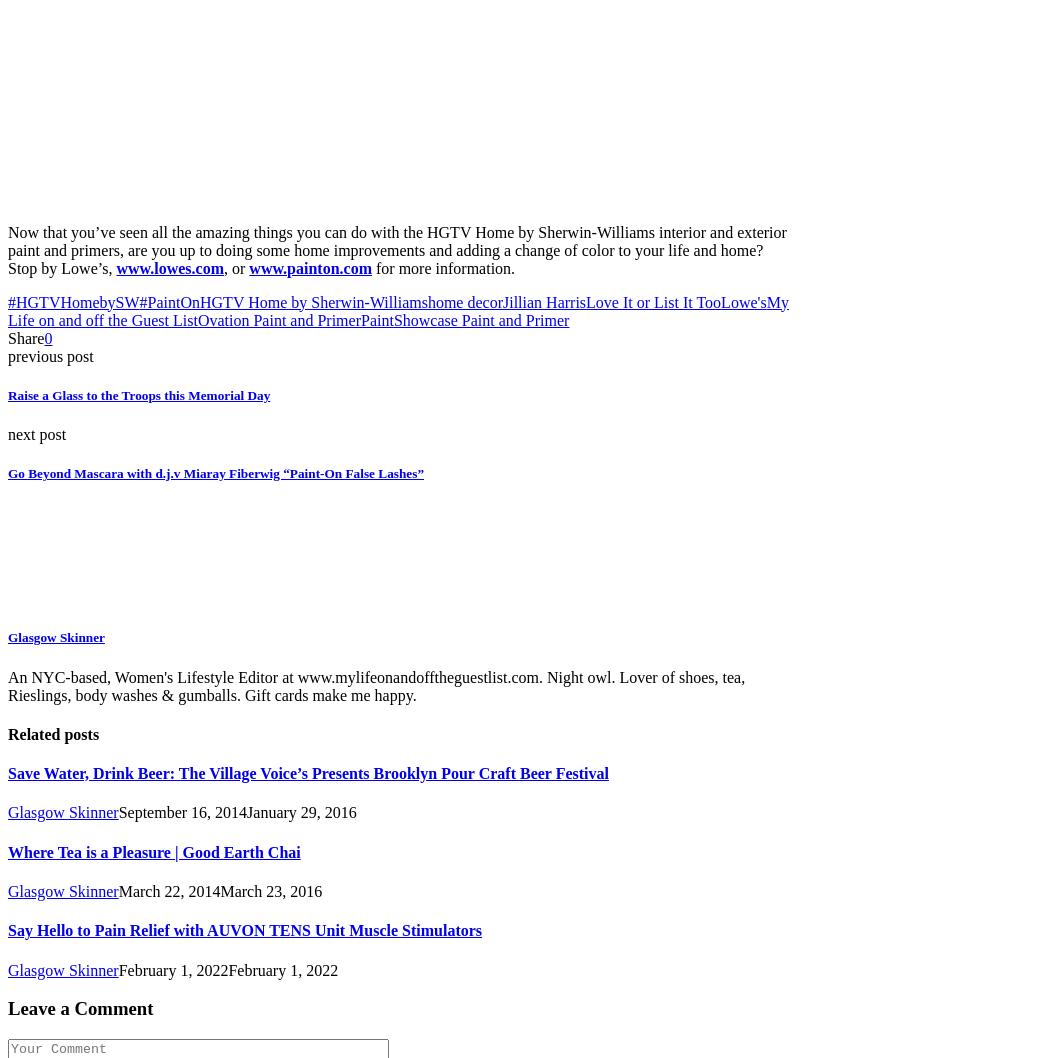 The width and height of the screenshot is (1038, 1058). I want to click on 'Raise a Glass to the Troops this Memorial Day', so click(137, 394).